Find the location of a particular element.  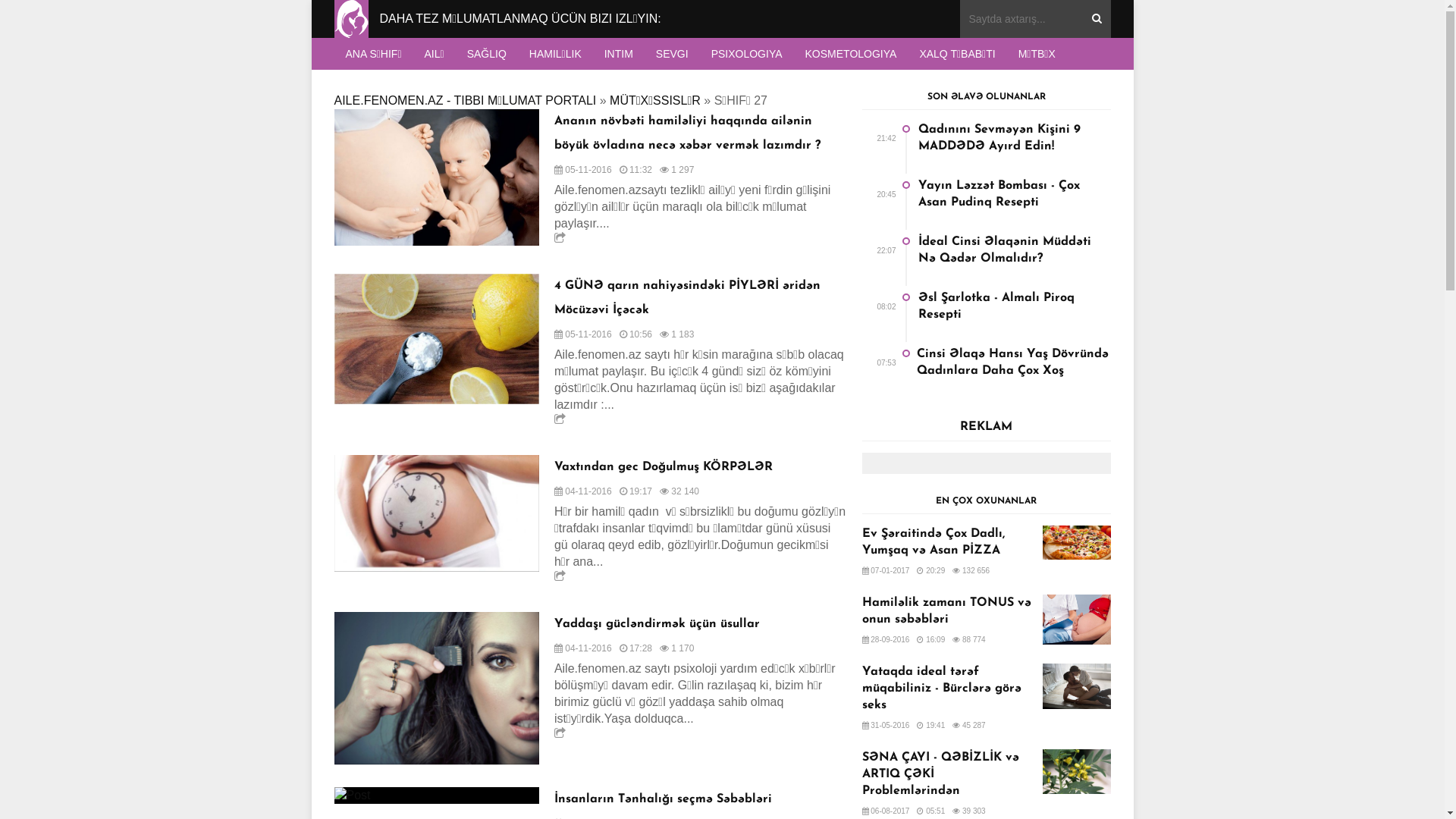

'SEVGI' is located at coordinates (671, 52).